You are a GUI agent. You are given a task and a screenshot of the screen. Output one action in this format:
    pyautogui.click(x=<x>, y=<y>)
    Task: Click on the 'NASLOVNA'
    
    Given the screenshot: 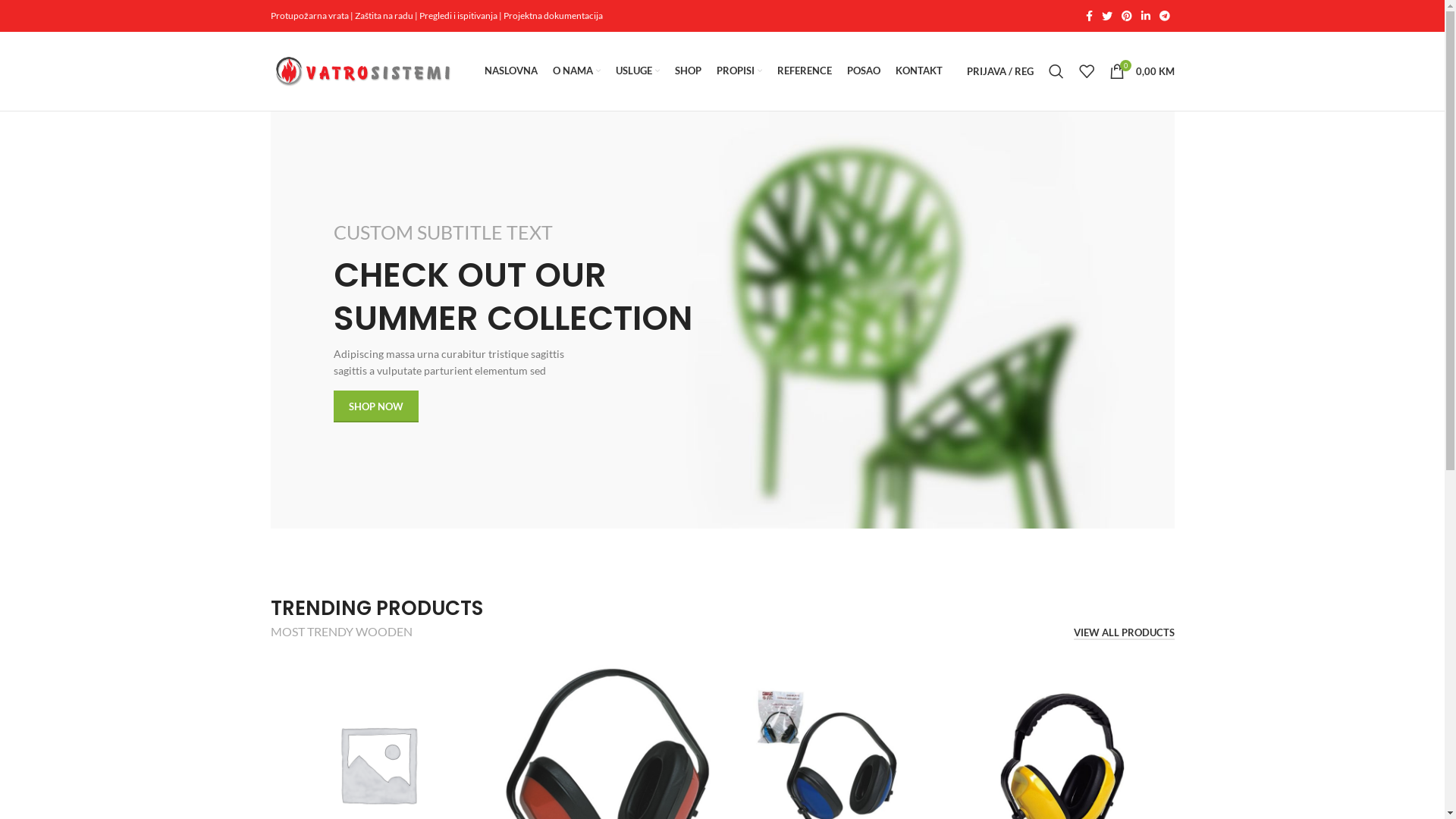 What is the action you would take?
    pyautogui.click(x=510, y=71)
    